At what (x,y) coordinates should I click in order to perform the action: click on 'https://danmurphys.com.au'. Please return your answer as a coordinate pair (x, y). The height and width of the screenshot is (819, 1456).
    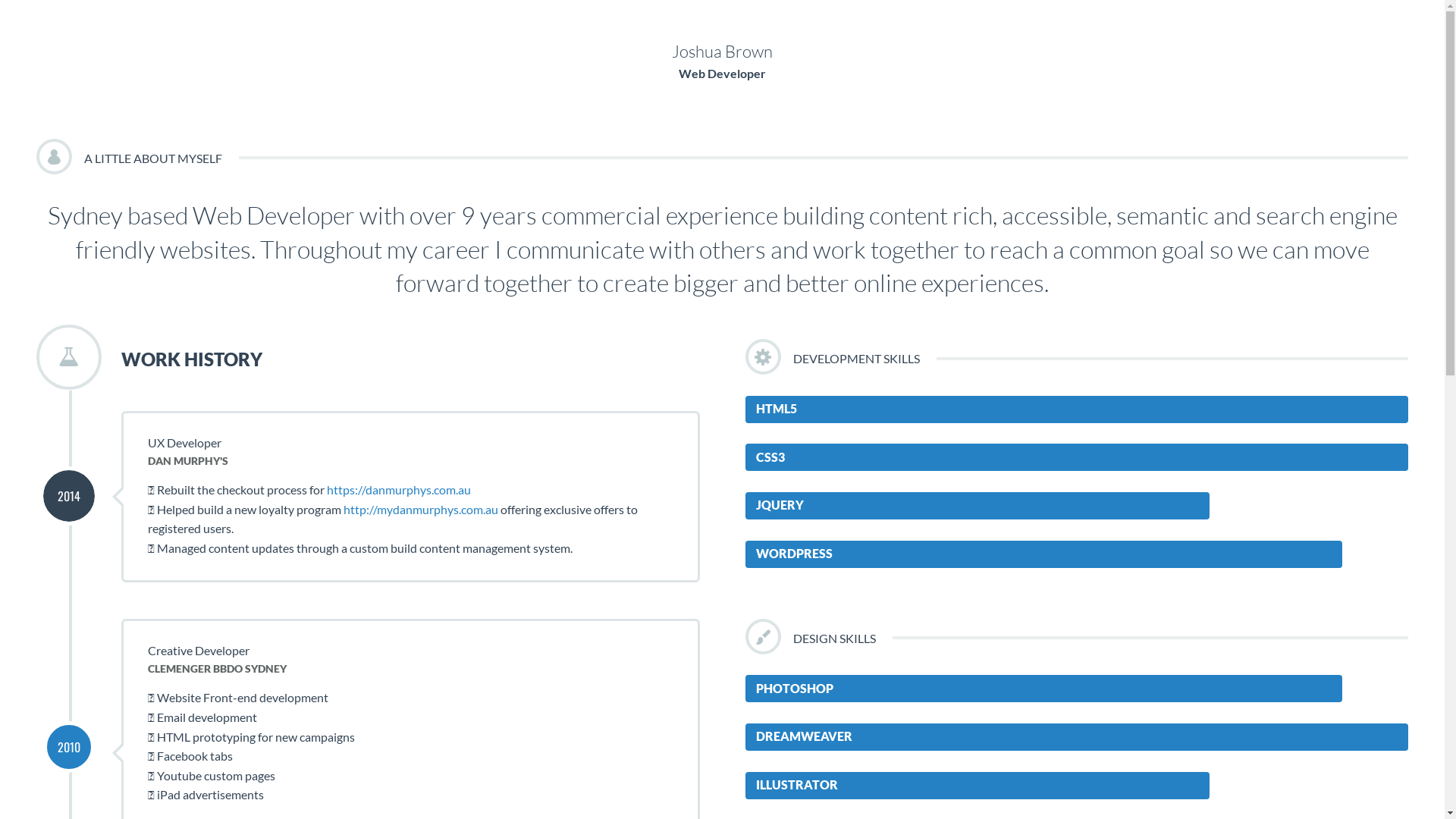
    Looking at the image, I should click on (326, 489).